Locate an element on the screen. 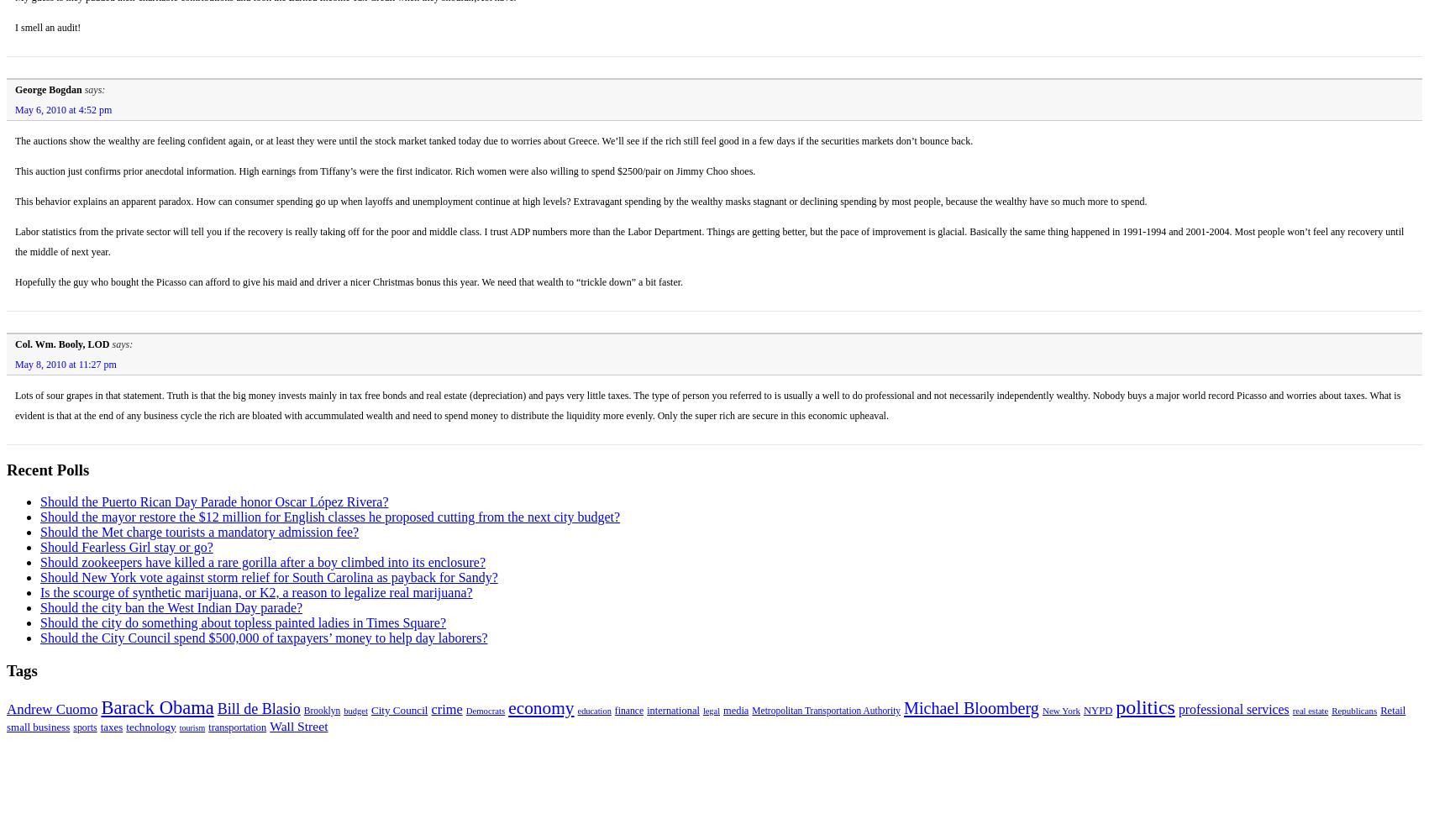 This screenshot has width=1429, height=840. 'taxes' is located at coordinates (110, 725).